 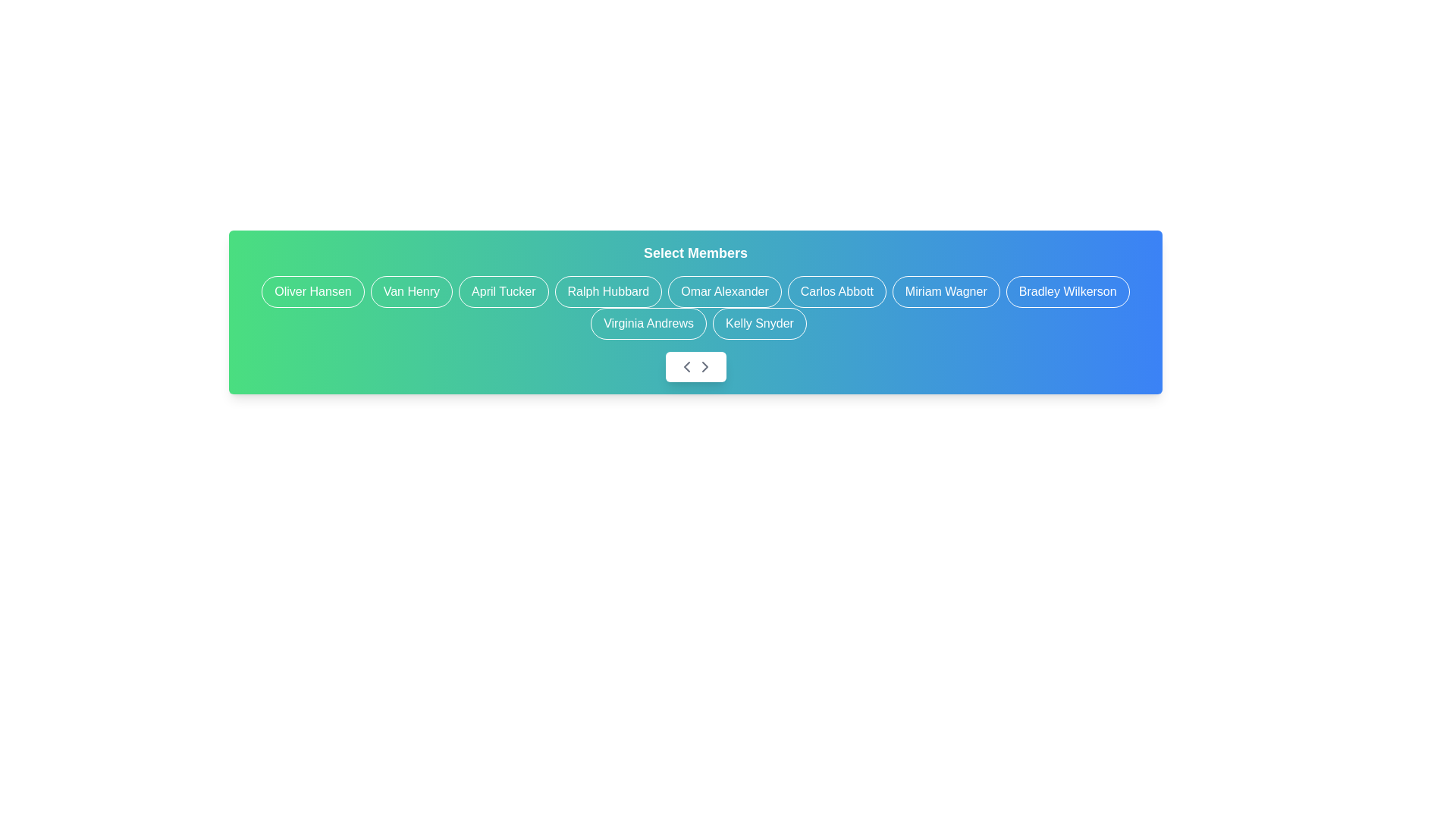 I want to click on the button labeled 'Miriam Wagner', which is a rounded rectangular button with a gradient background and white text, so click(x=945, y=292).